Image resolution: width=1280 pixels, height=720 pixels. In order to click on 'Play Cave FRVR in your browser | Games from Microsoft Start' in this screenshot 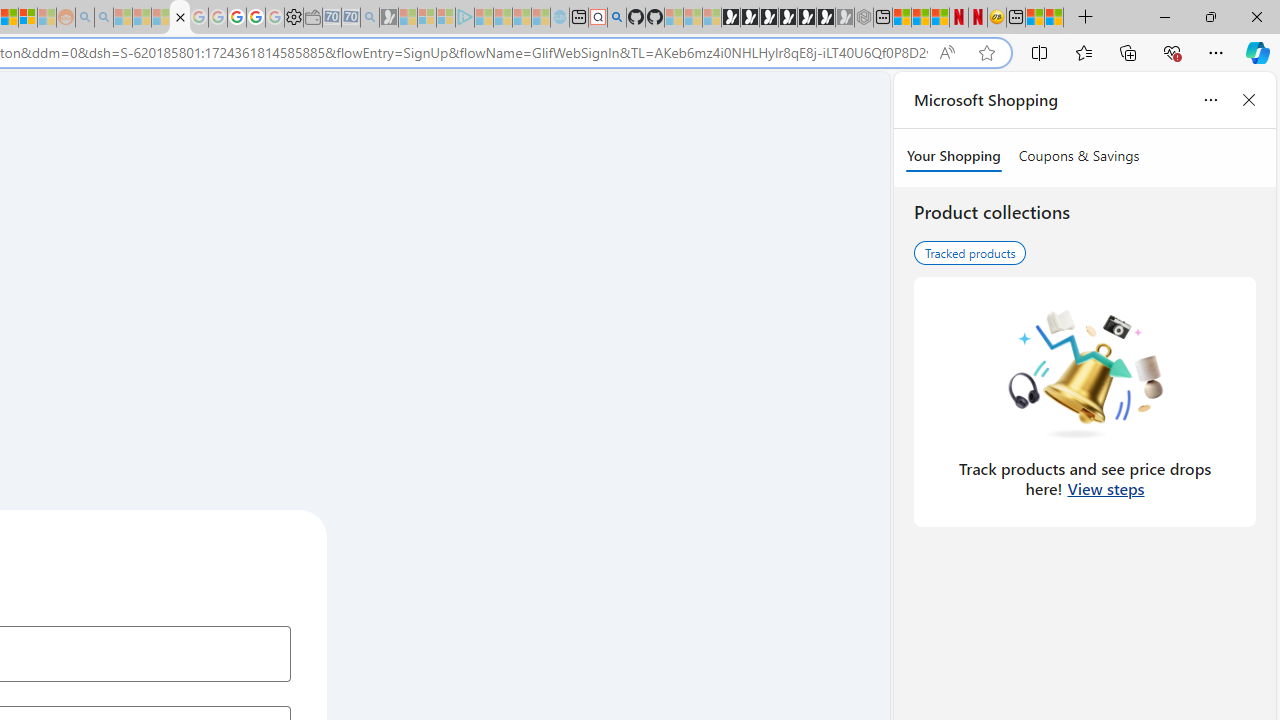, I will do `click(768, 17)`.